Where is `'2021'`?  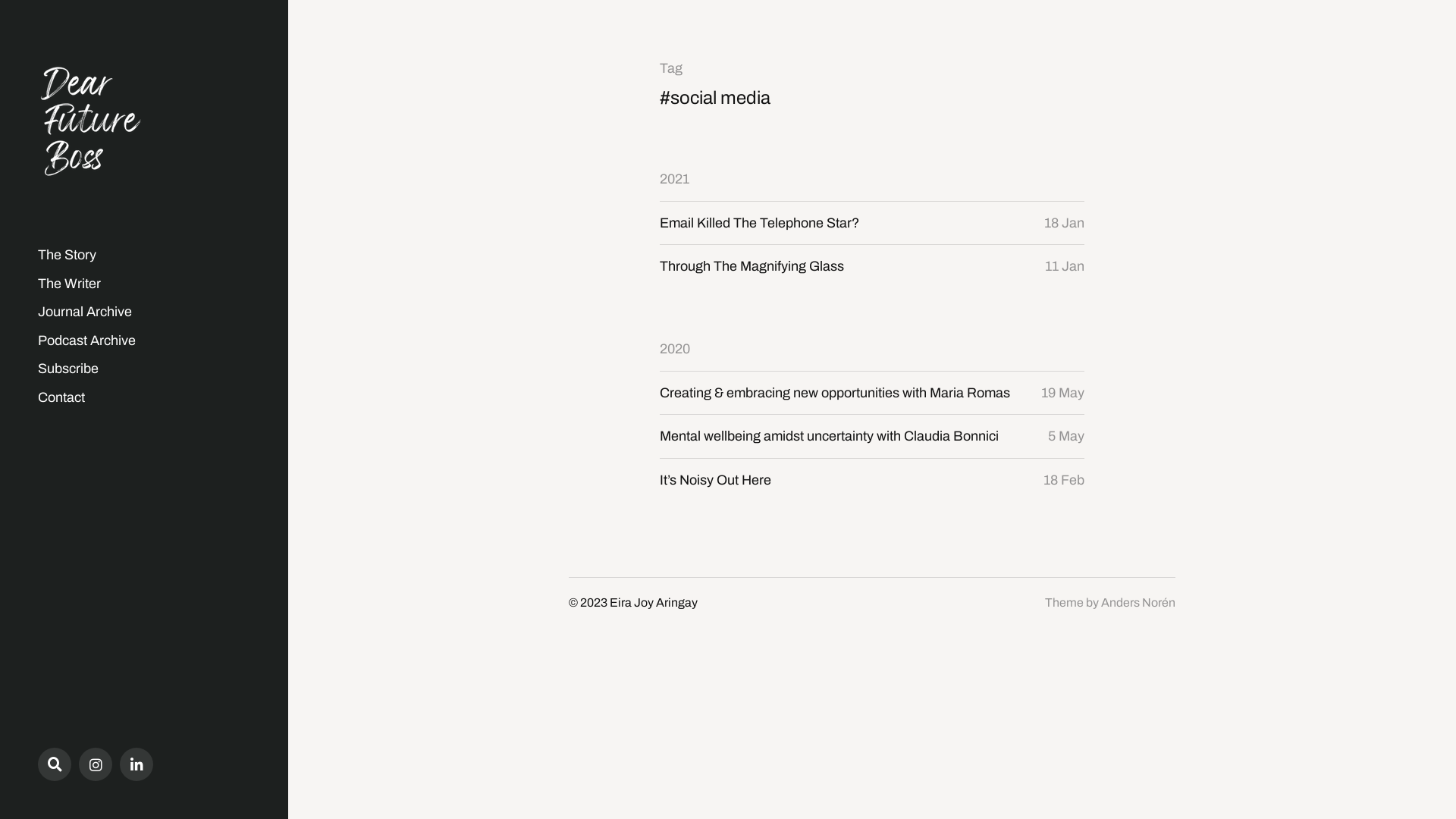
'2021' is located at coordinates (673, 177).